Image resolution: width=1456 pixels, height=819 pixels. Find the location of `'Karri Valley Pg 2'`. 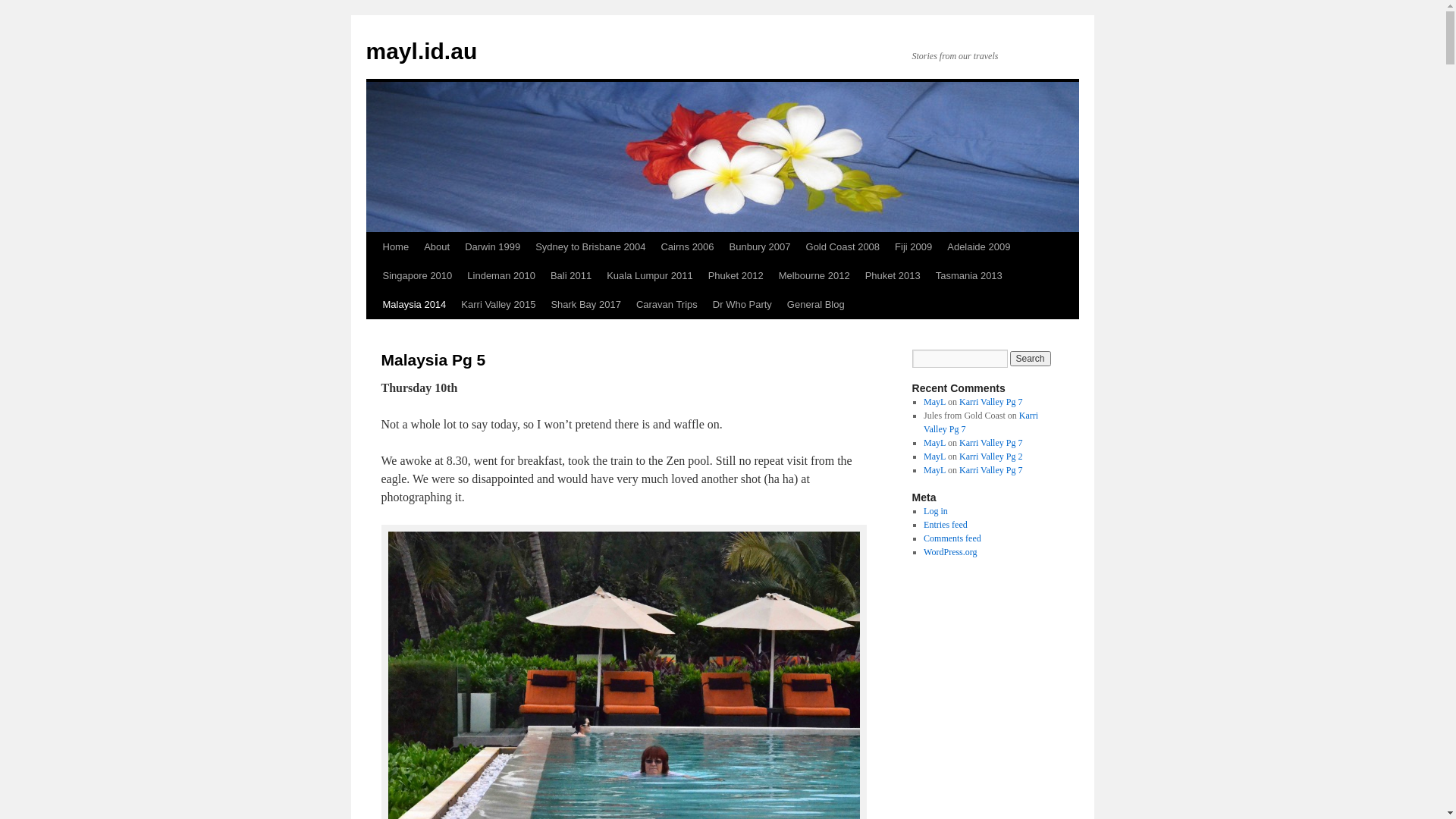

'Karri Valley Pg 2' is located at coordinates (990, 455).